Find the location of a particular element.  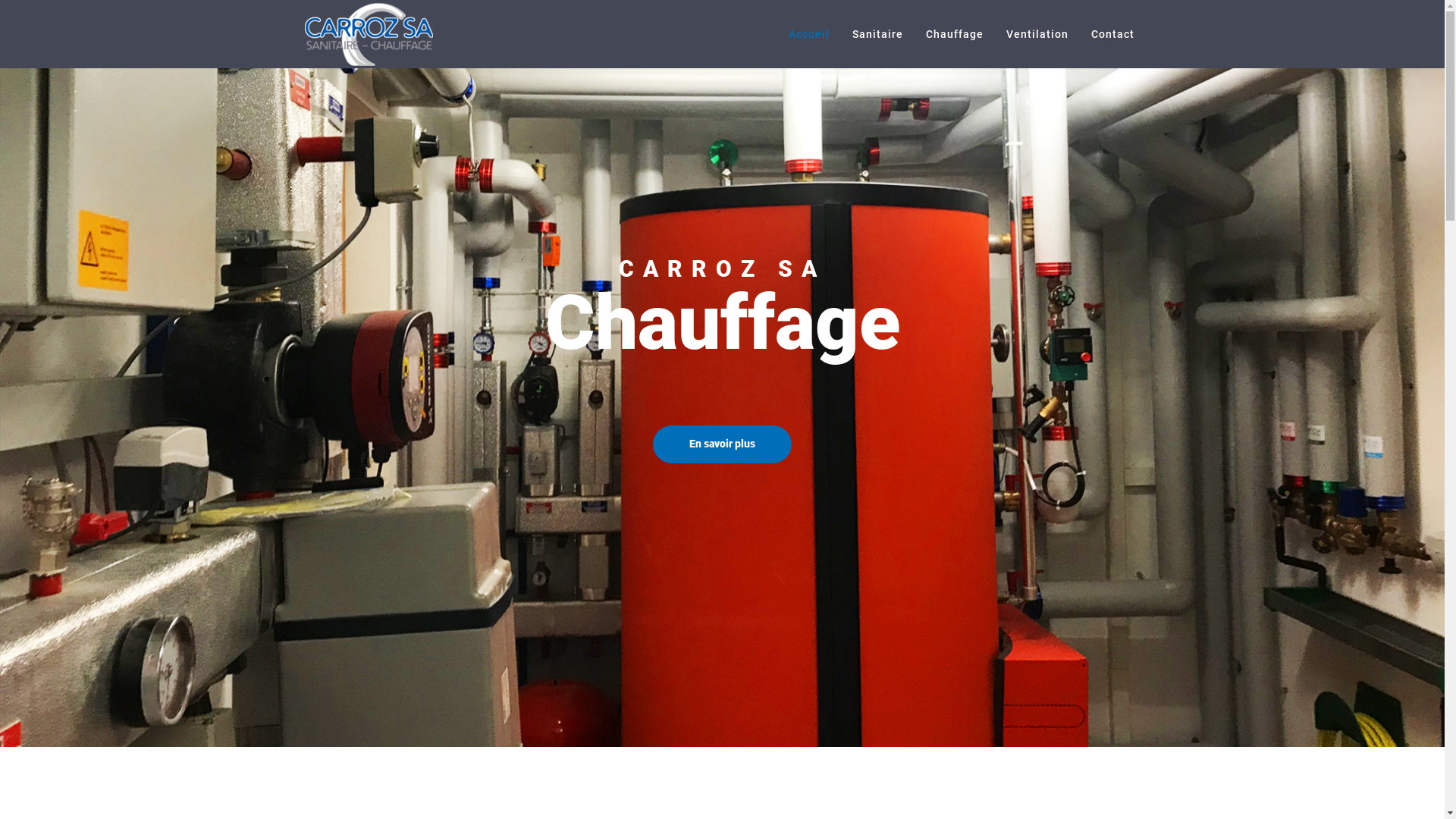

'Accueil' is located at coordinates (807, 34).